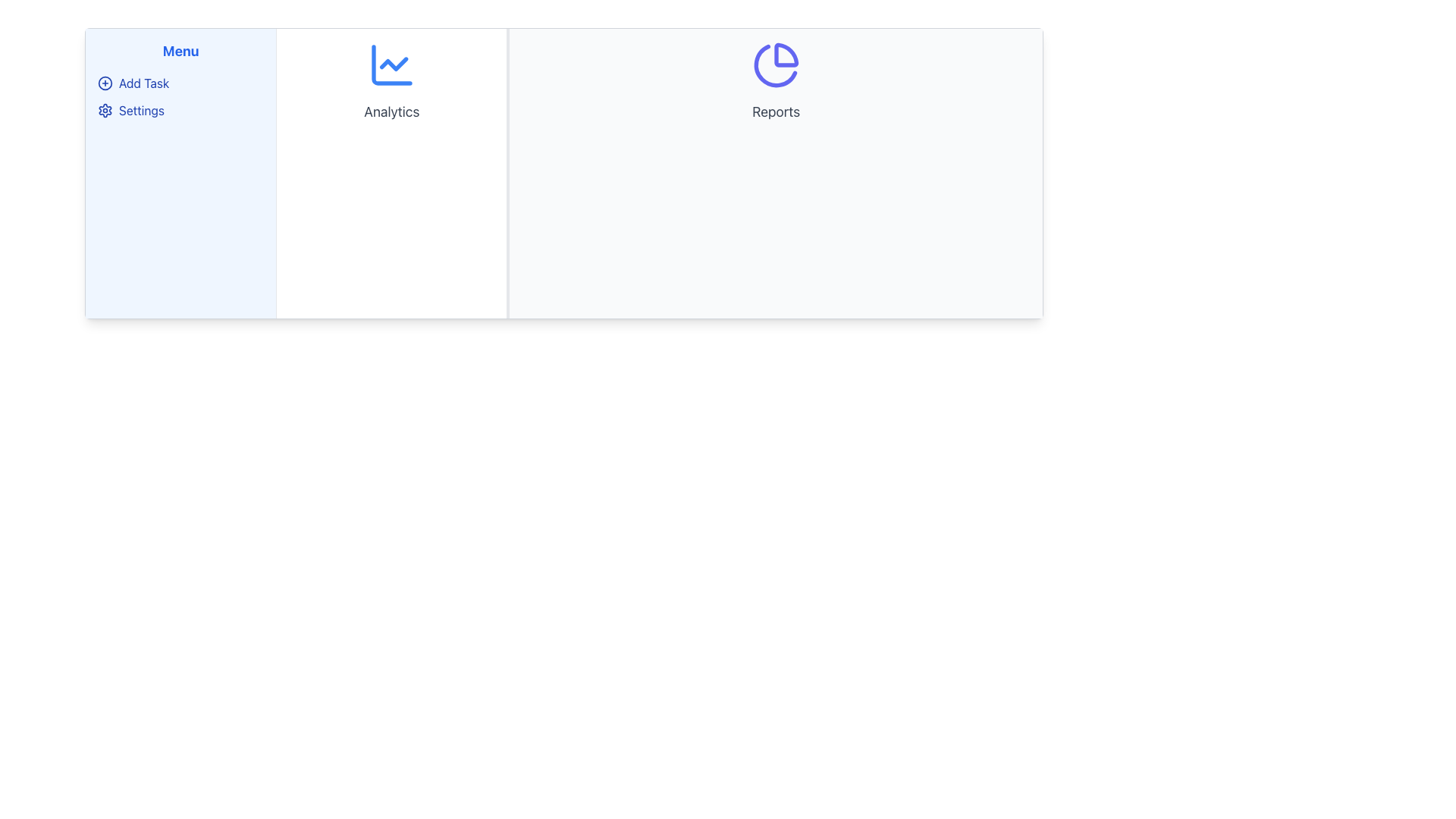  Describe the element at coordinates (391, 172) in the screenshot. I see `the first Card Component located in the leftmost third of the area below the navigation menu` at that location.